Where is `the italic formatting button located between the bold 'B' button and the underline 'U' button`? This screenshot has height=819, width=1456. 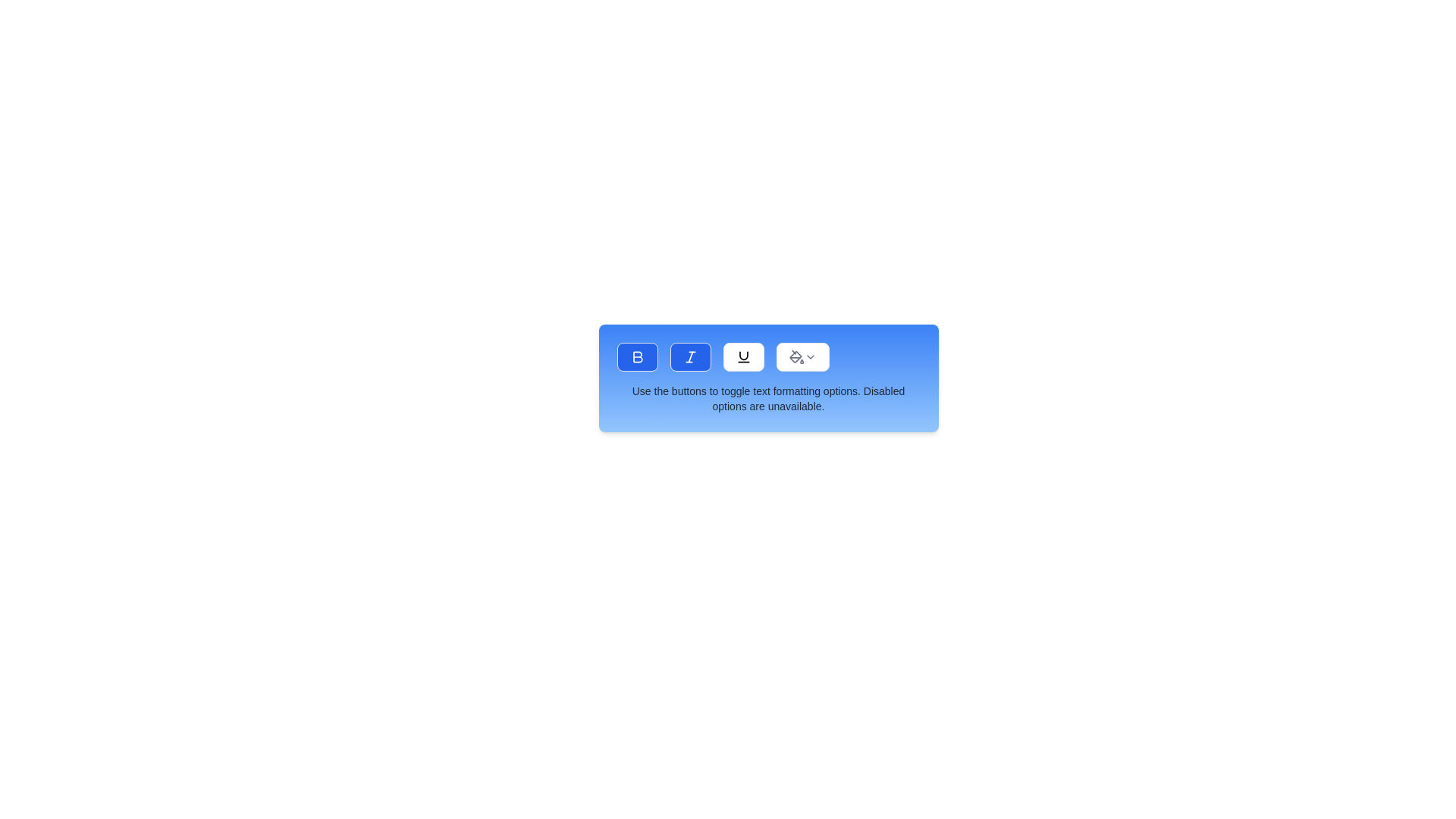 the italic formatting button located between the bold 'B' button and the underline 'U' button is located at coordinates (689, 356).